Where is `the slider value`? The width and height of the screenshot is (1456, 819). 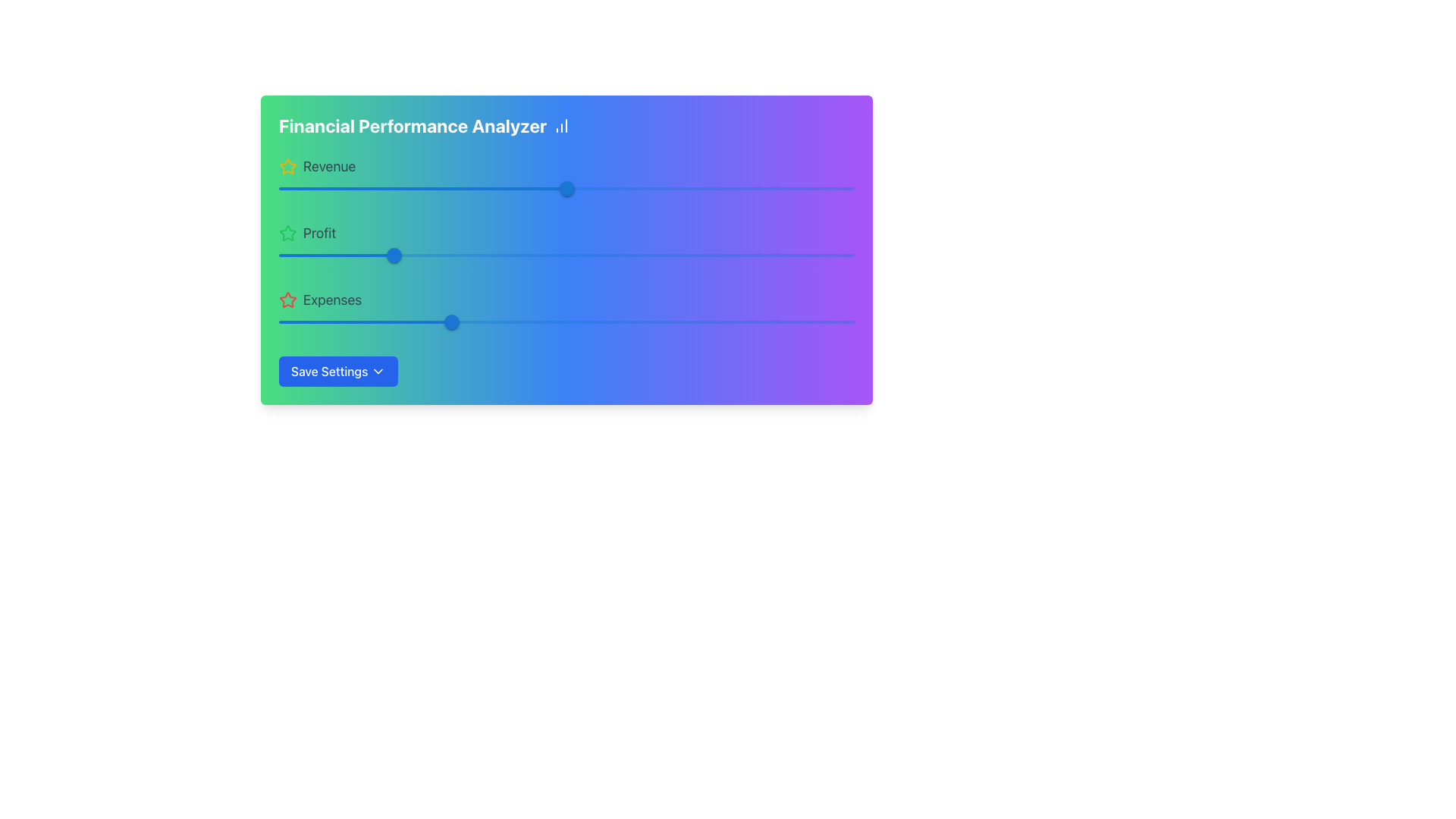 the slider value is located at coordinates (558, 188).